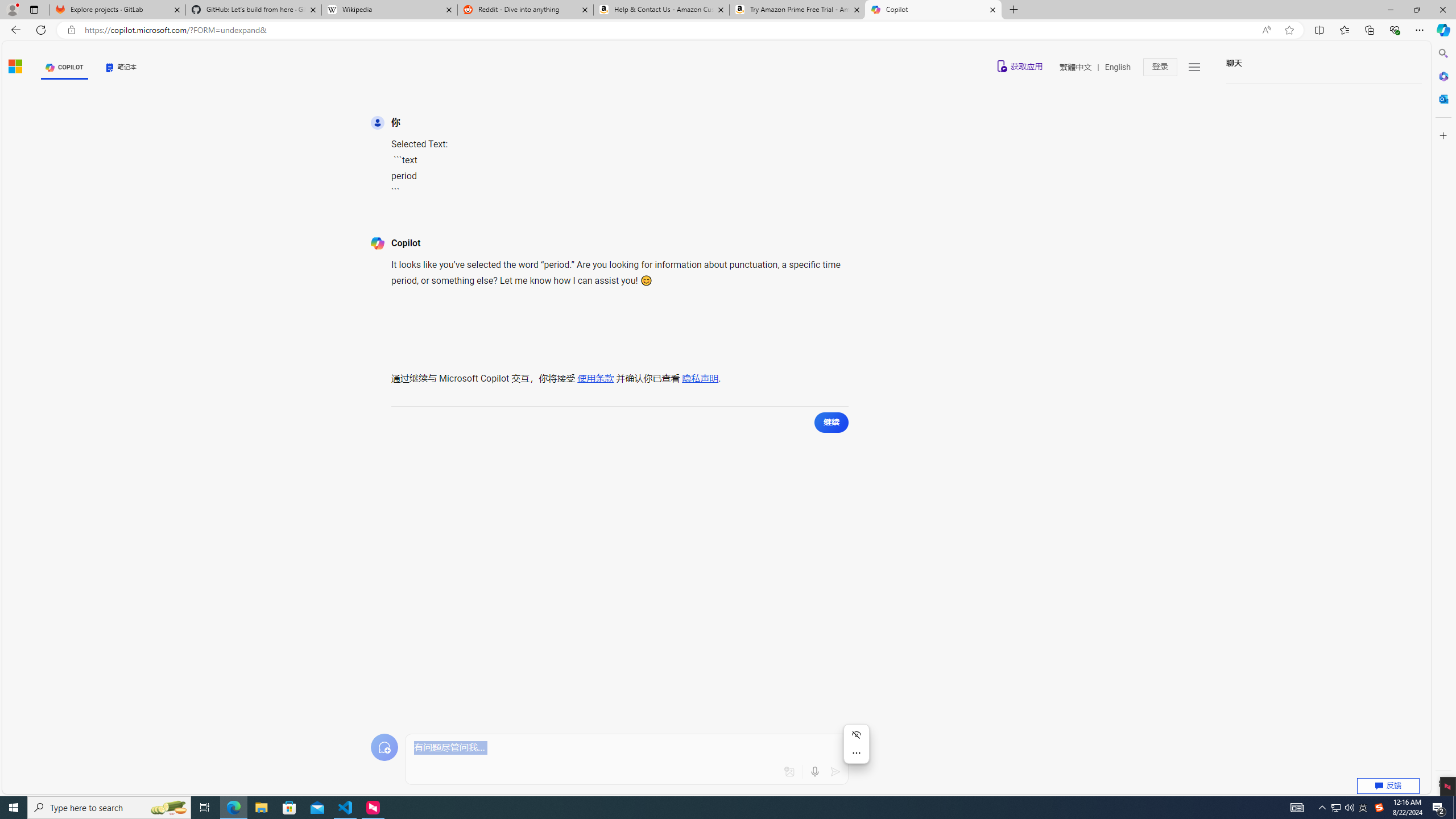 This screenshot has width=1456, height=819. I want to click on 'COPILOT', so click(64, 67).